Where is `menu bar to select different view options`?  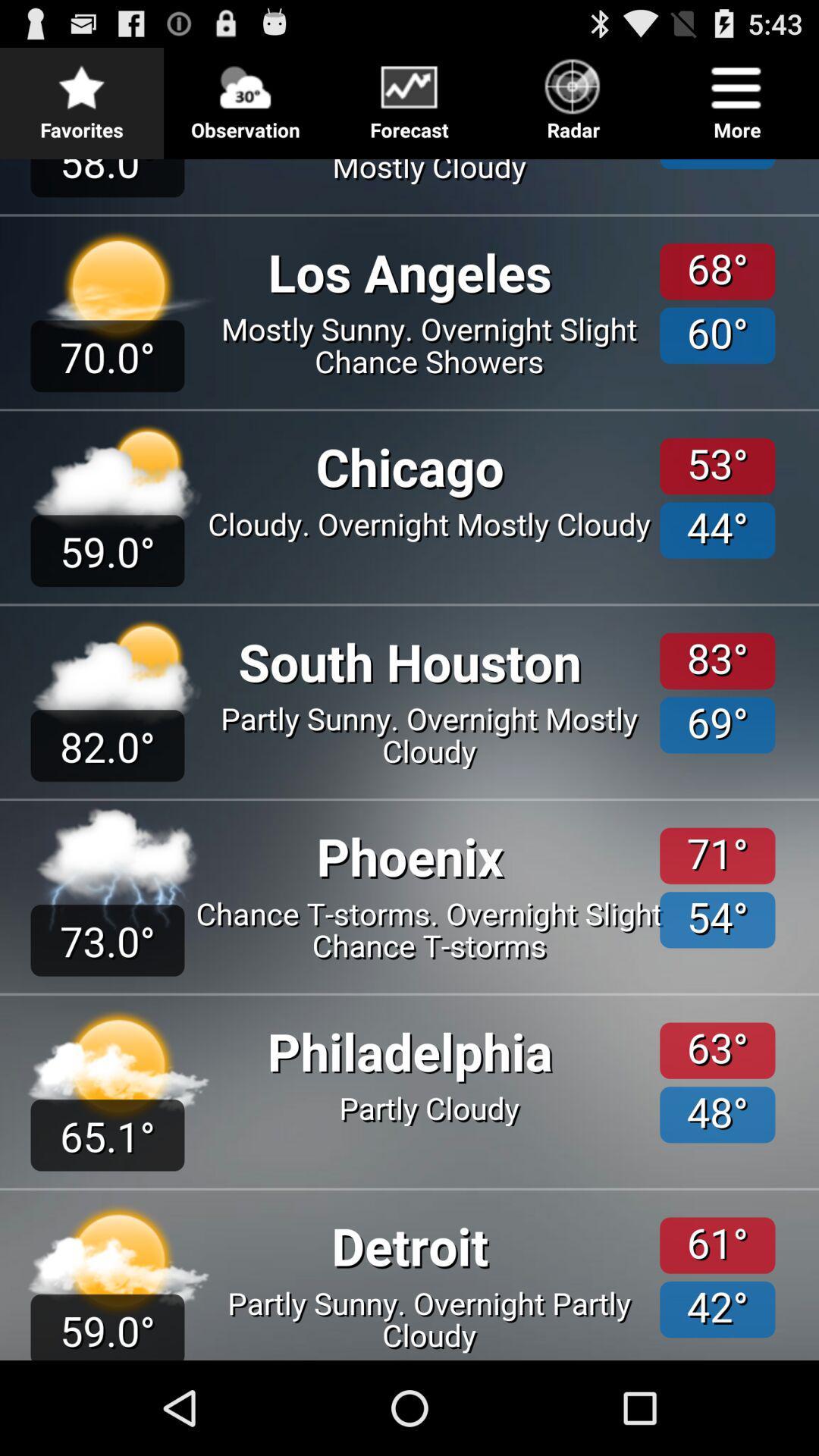
menu bar to select different view options is located at coordinates (409, 96).